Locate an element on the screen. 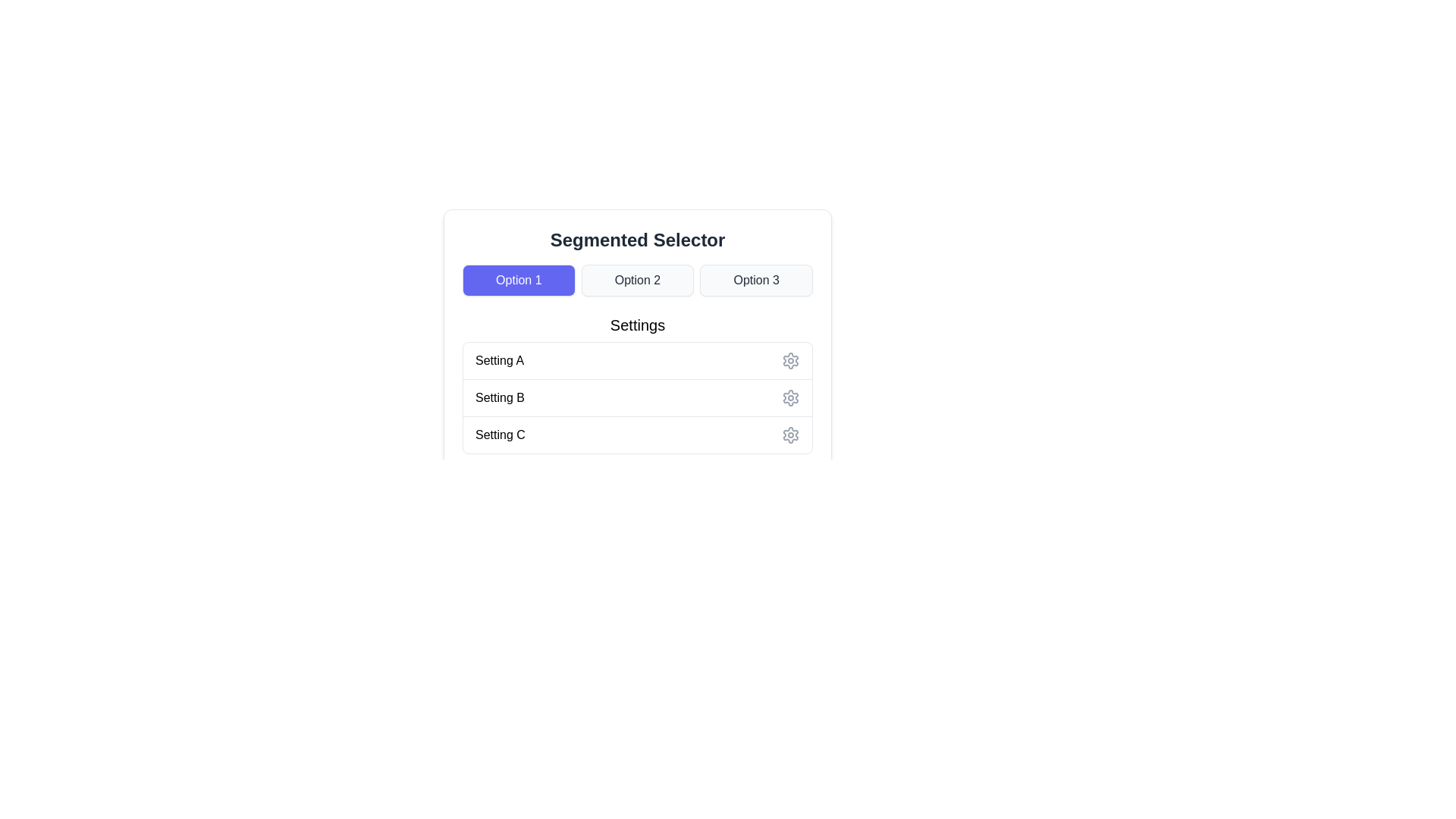 The image size is (1456, 819). the gear icon located at the far-right end of the third row labeled 'Setting C' in the settings list is located at coordinates (789, 435).